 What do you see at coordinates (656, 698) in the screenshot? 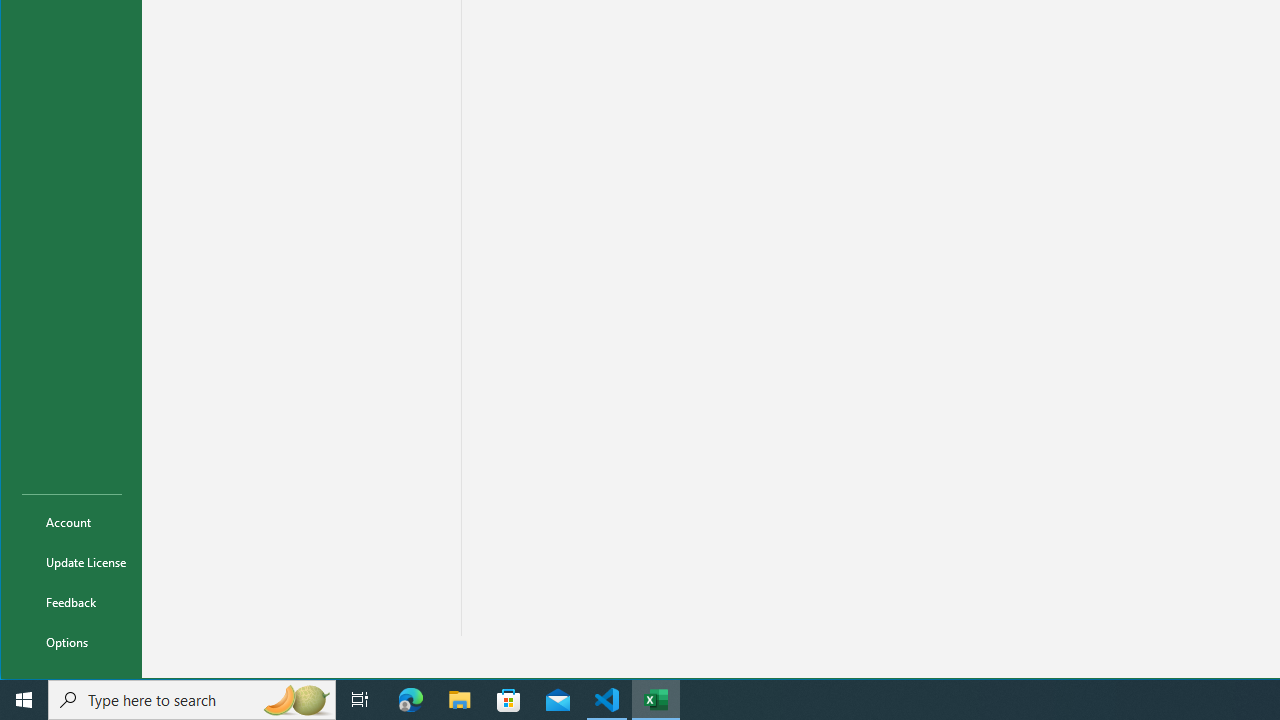
I see `'Excel - 1 running window'` at bounding box center [656, 698].